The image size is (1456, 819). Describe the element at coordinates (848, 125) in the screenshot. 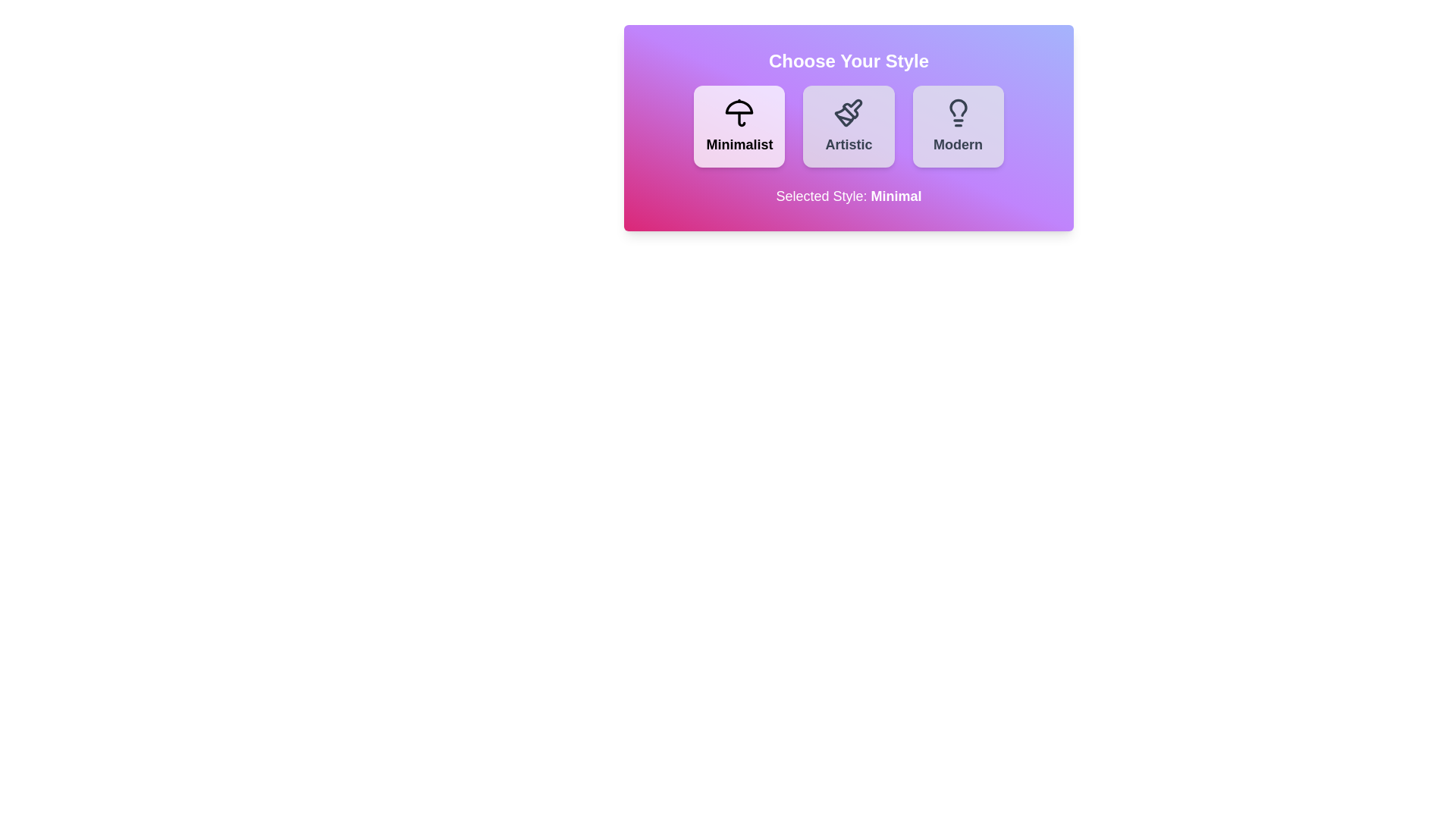

I see `the button corresponding to Artistic to select the desired style` at that location.